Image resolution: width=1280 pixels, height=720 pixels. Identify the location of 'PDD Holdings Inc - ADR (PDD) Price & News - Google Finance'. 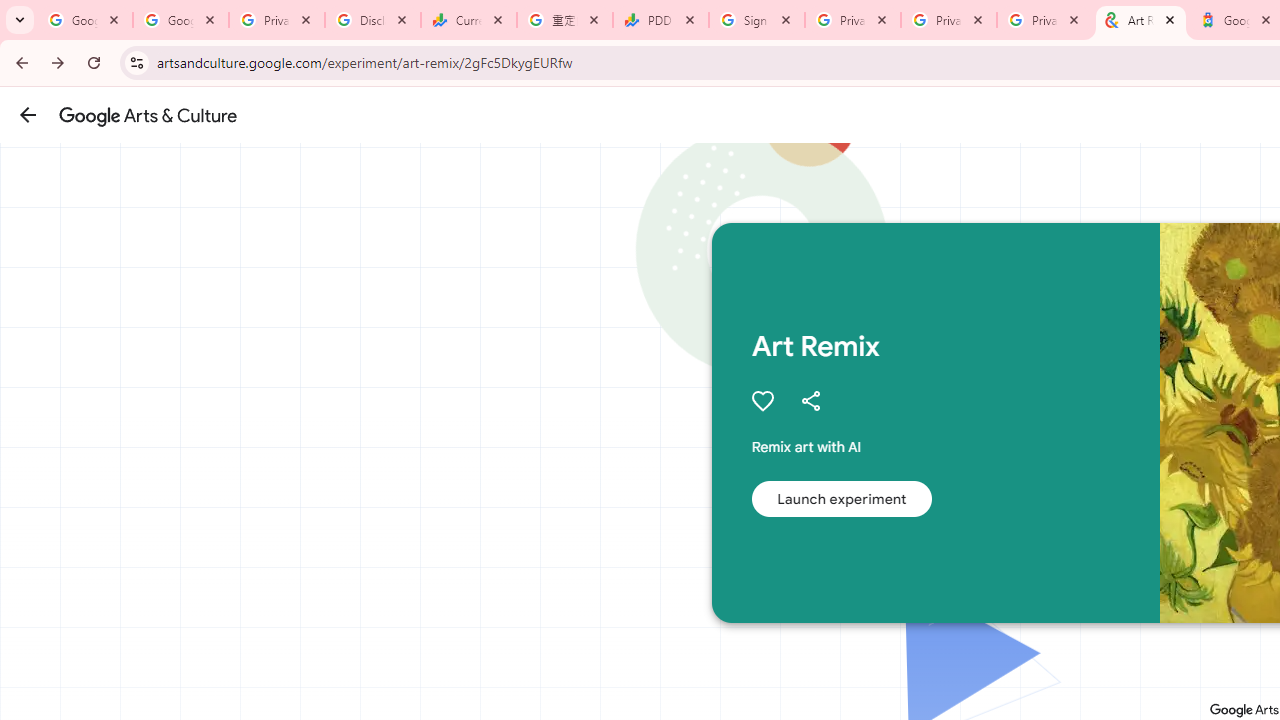
(661, 20).